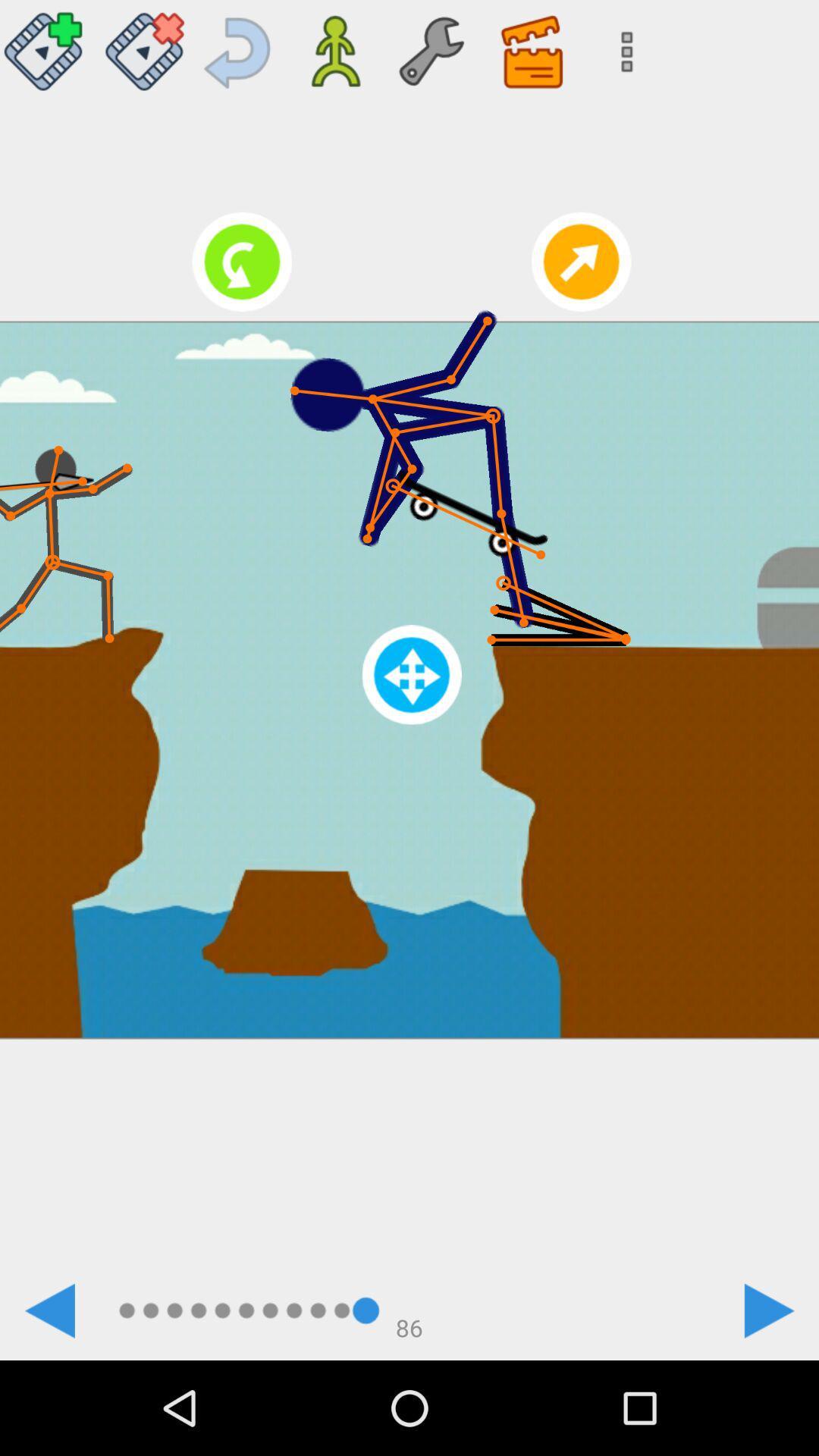 Image resolution: width=819 pixels, height=1456 pixels. I want to click on the arrow_backward icon, so click(49, 1310).